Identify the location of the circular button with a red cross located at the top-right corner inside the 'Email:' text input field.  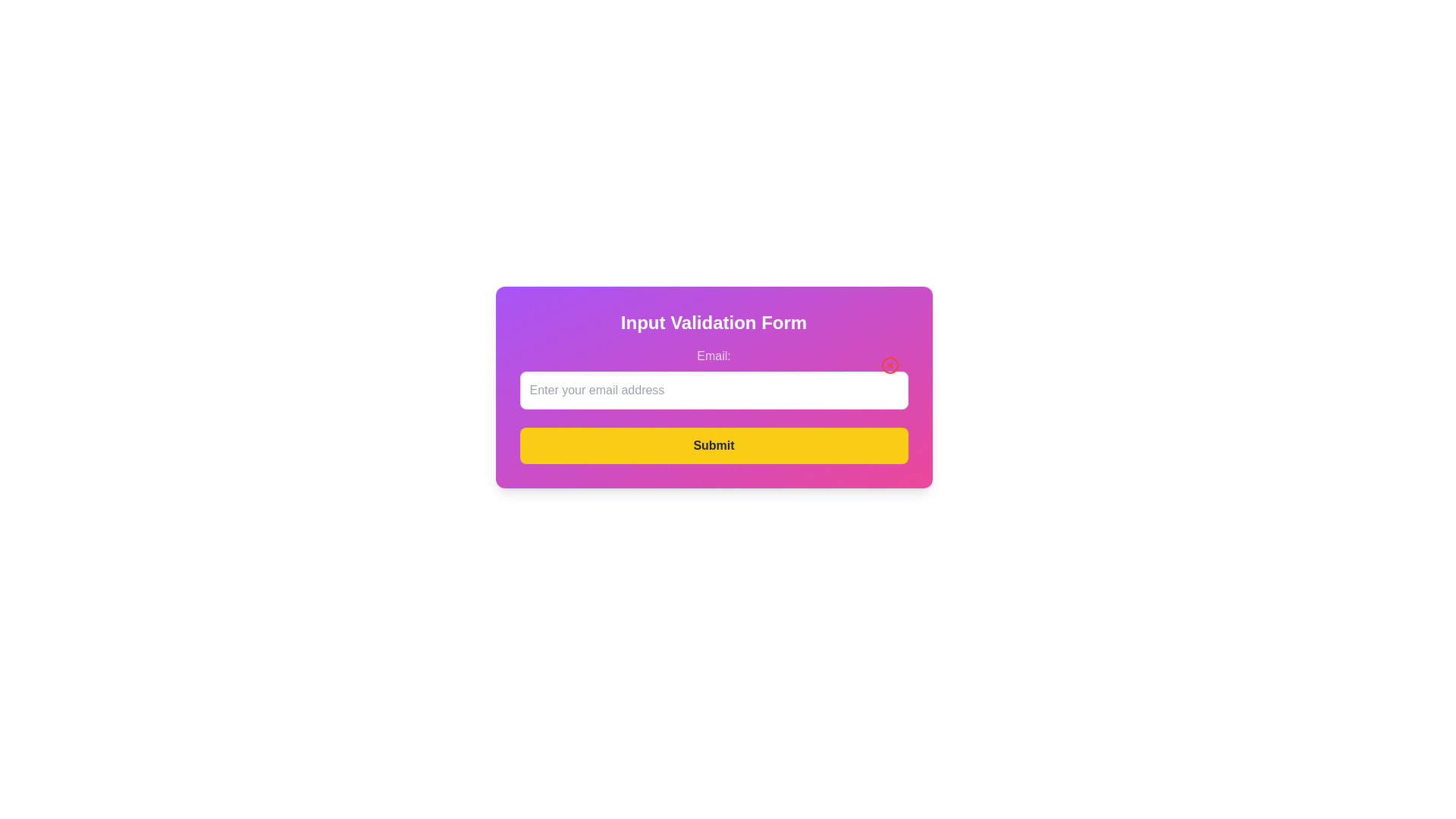
(890, 366).